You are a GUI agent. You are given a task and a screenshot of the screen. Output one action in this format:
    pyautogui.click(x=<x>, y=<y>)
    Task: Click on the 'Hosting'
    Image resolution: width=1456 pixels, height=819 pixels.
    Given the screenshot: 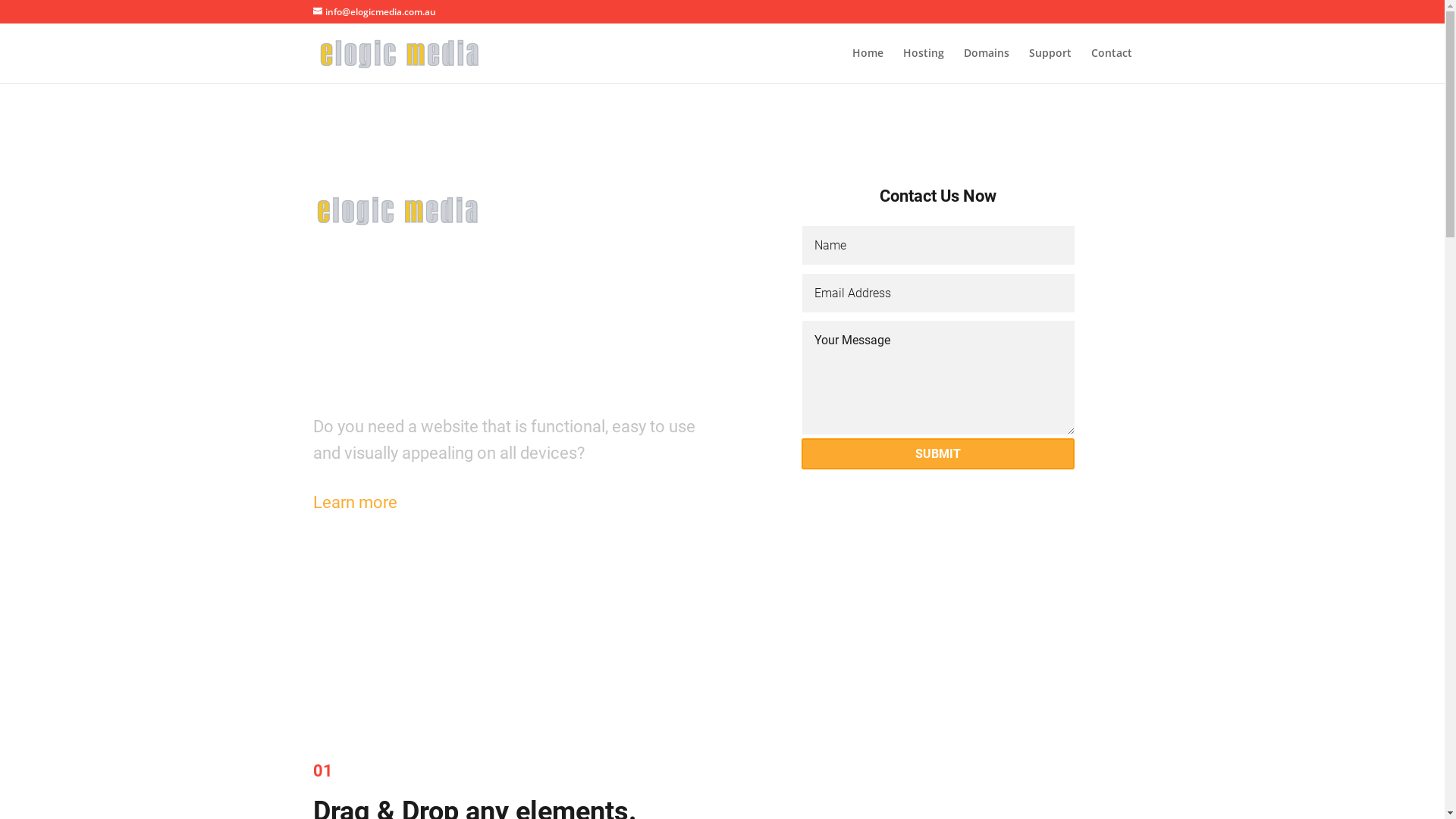 What is the action you would take?
    pyautogui.click(x=922, y=64)
    